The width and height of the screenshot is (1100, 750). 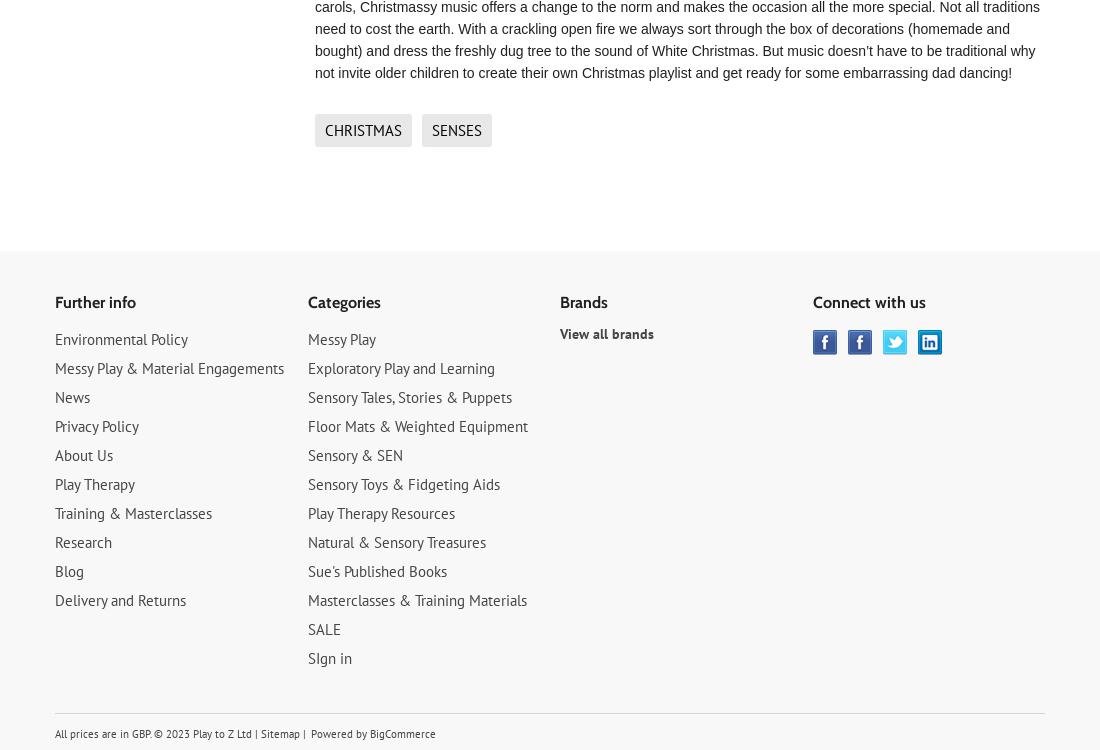 What do you see at coordinates (84, 454) in the screenshot?
I see `'About Us'` at bounding box center [84, 454].